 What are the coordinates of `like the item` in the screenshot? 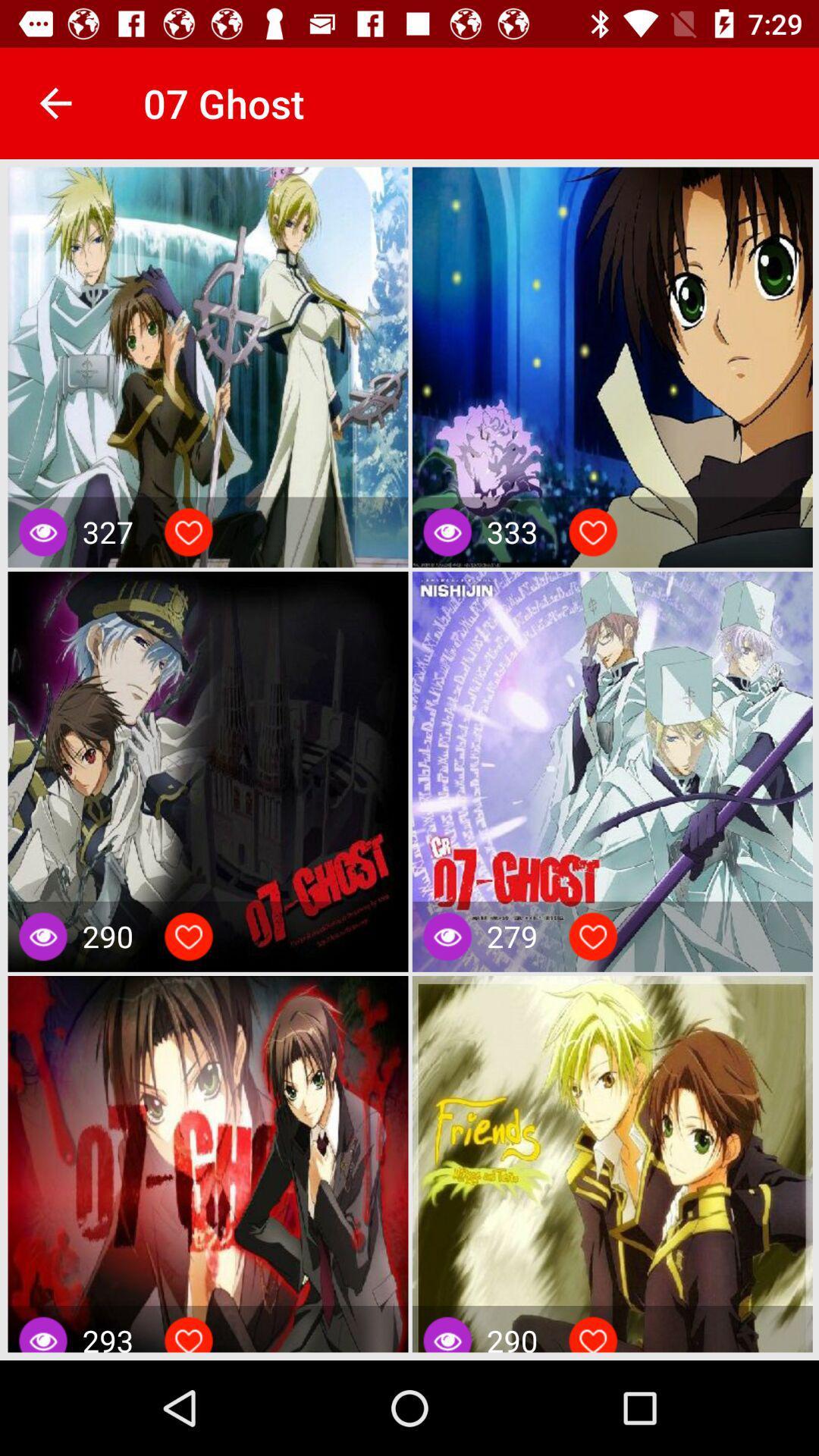 It's located at (188, 1338).